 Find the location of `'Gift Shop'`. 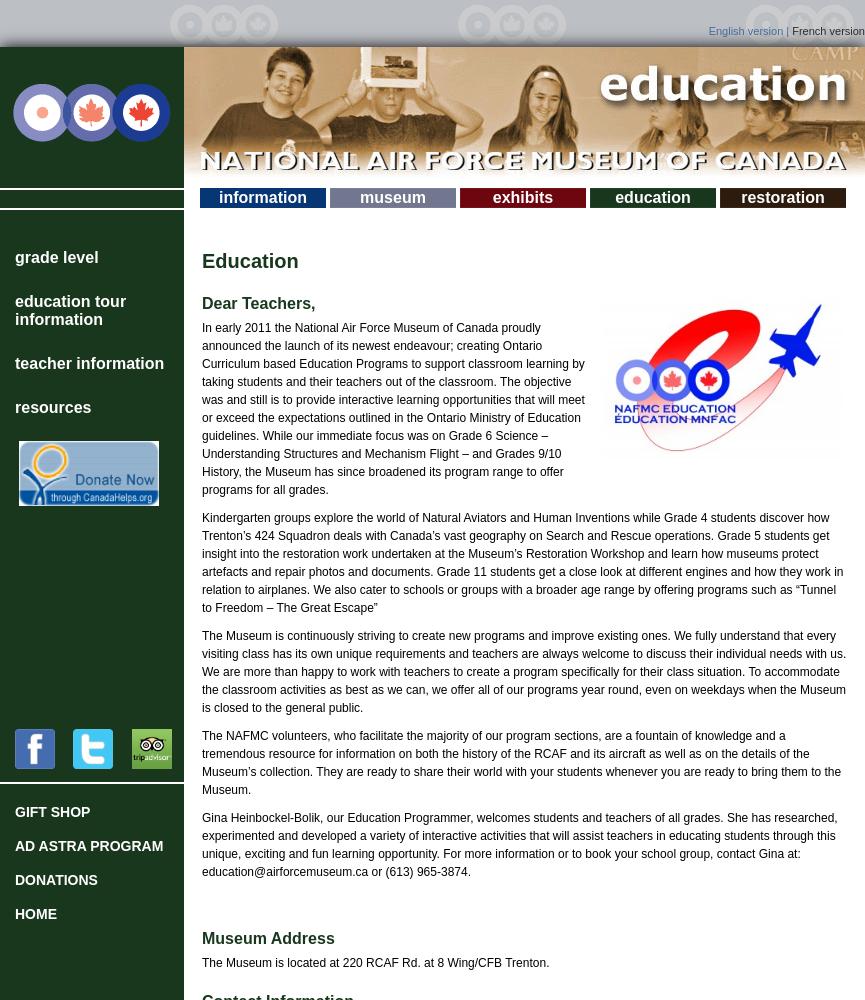

'Gift Shop' is located at coordinates (14, 812).